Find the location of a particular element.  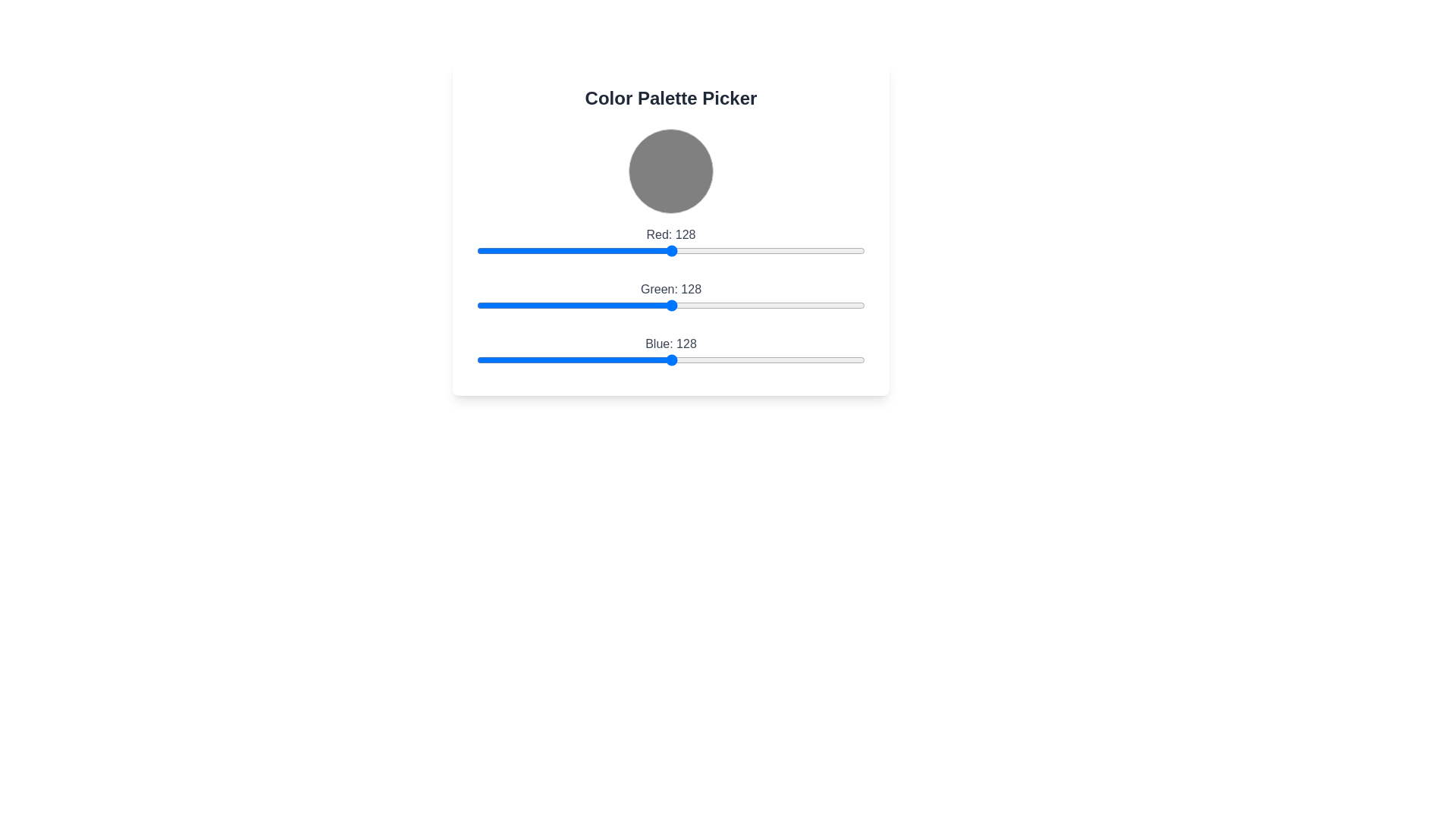

the blue value is located at coordinates (518, 359).